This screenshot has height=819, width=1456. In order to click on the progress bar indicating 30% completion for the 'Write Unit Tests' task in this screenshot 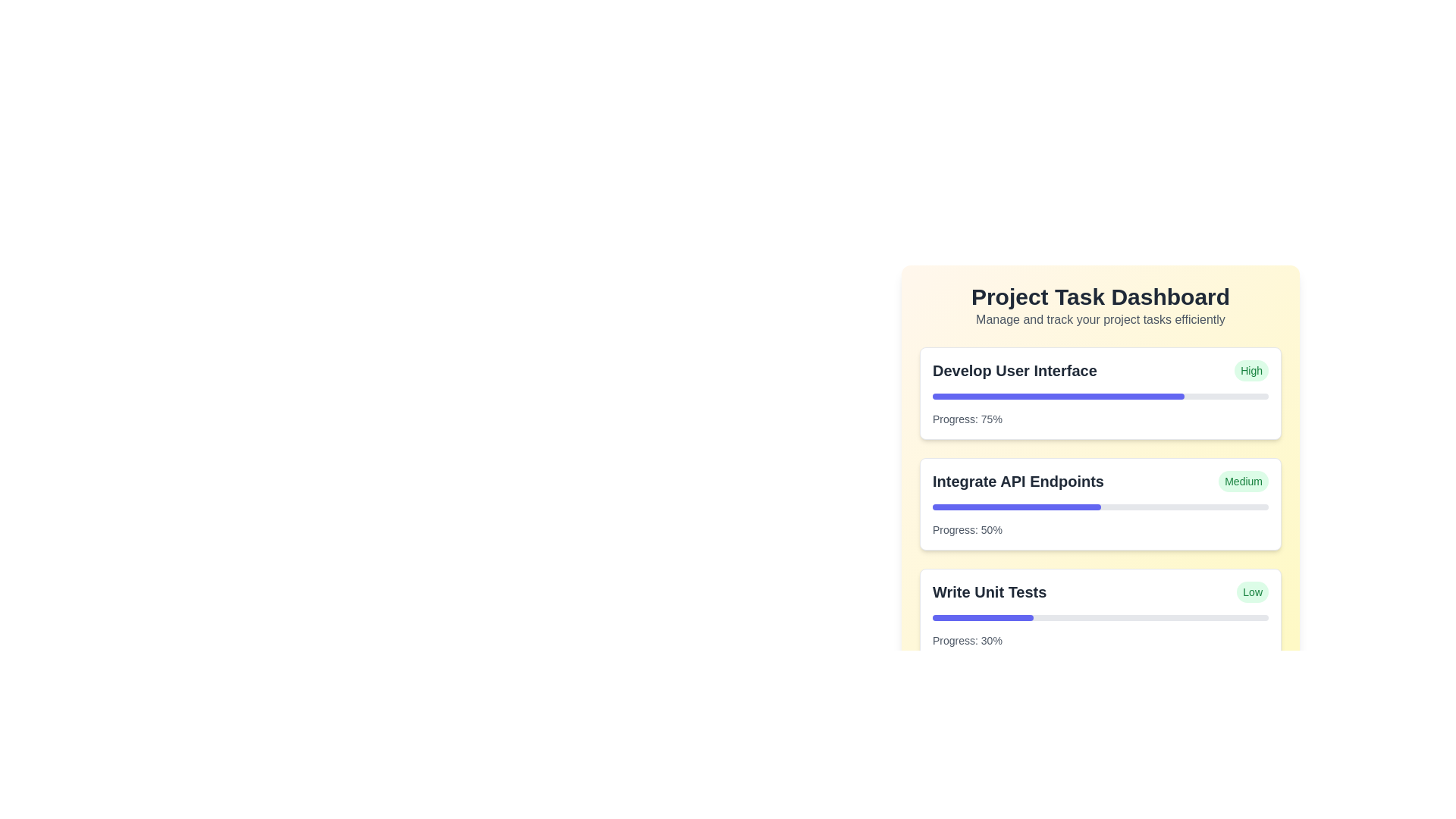, I will do `click(983, 617)`.